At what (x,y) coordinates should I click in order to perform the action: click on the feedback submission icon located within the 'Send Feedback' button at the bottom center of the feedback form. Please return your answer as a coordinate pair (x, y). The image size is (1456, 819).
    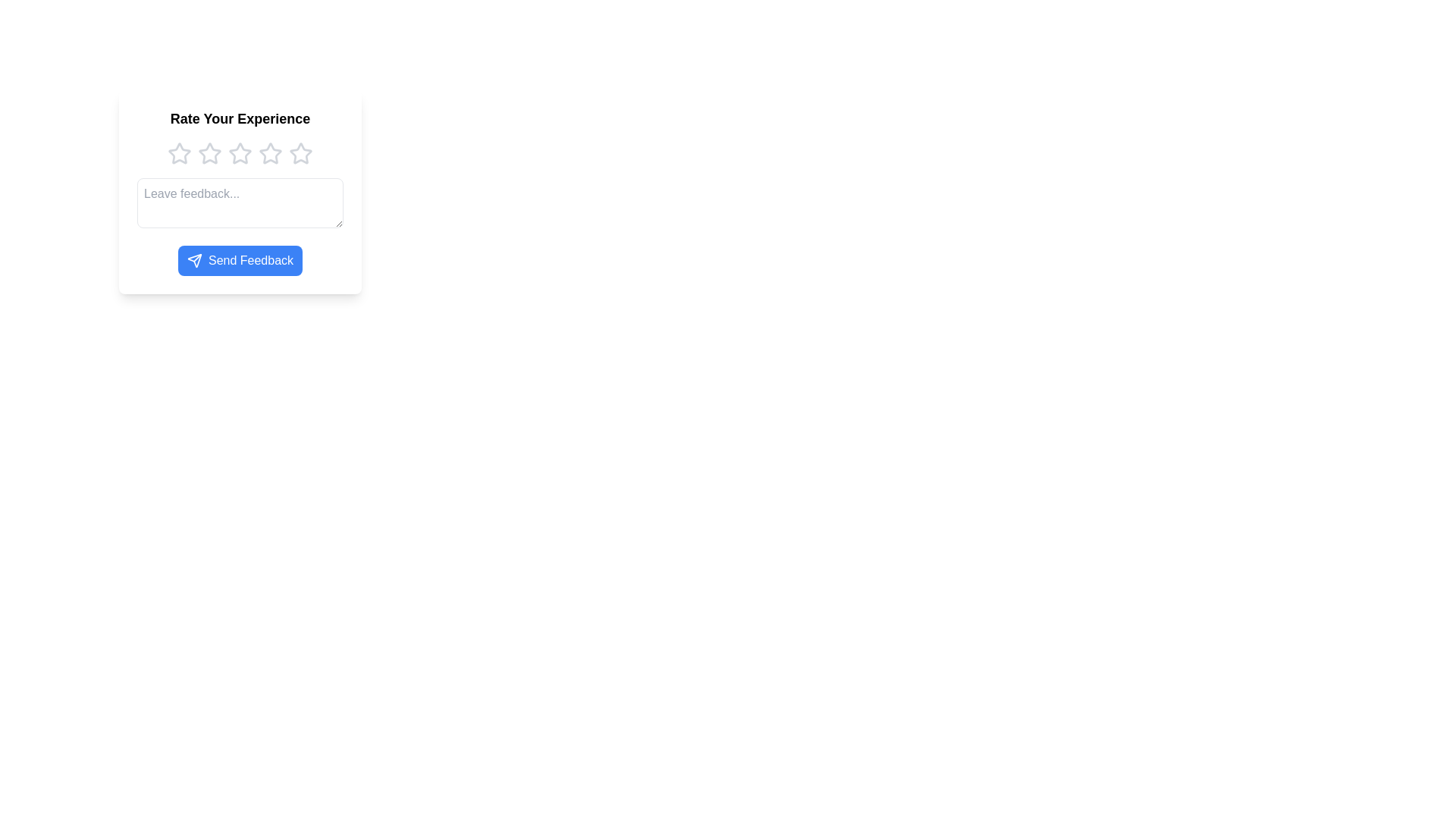
    Looking at the image, I should click on (193, 259).